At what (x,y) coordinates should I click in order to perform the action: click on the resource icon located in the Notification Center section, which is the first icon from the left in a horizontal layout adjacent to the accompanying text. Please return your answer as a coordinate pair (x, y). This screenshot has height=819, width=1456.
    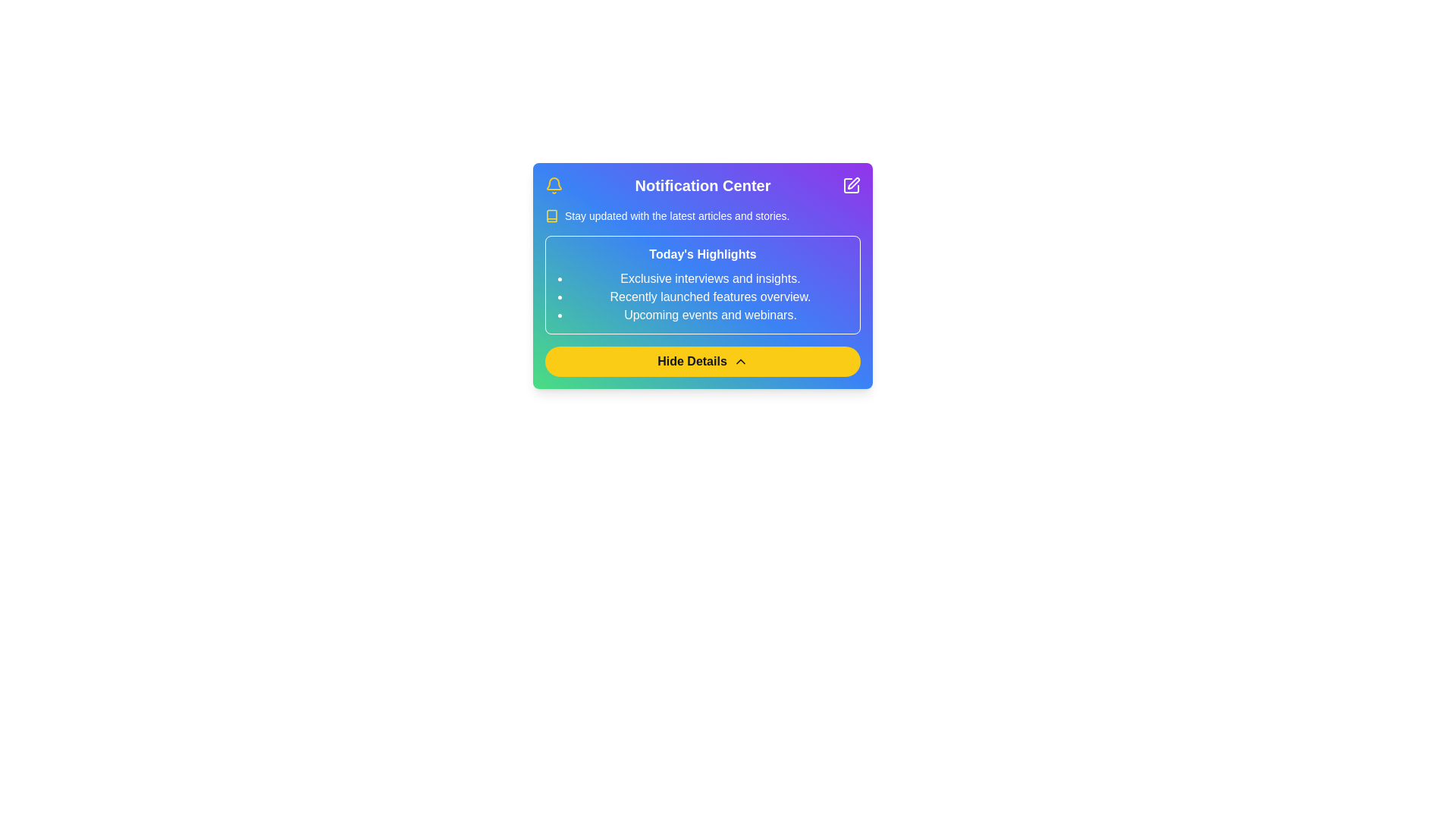
    Looking at the image, I should click on (551, 216).